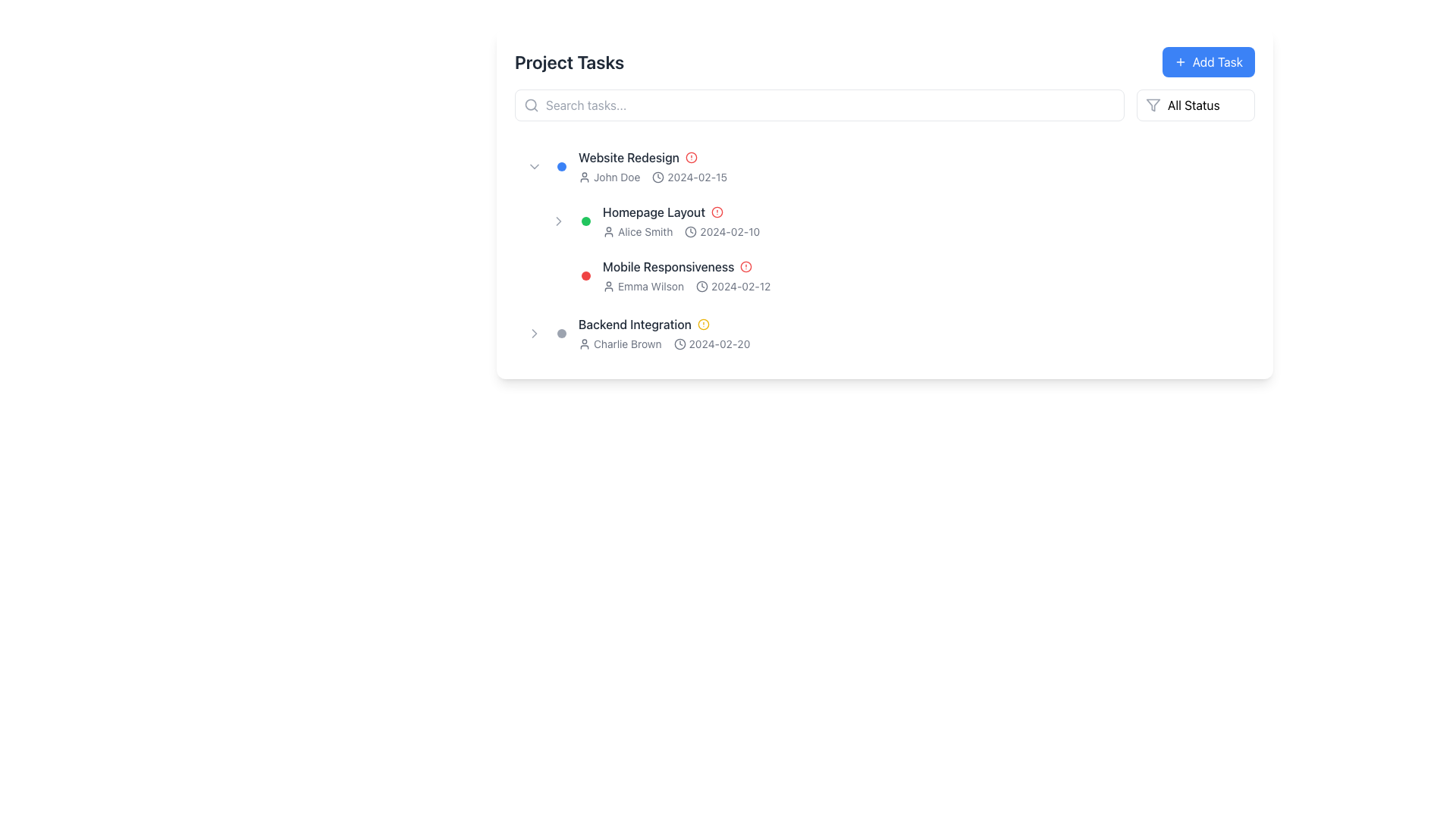  Describe the element at coordinates (560, 166) in the screenshot. I see `the small blue circular status indicator located to the left of the 'Website Redesign' text in the task listing area` at that location.